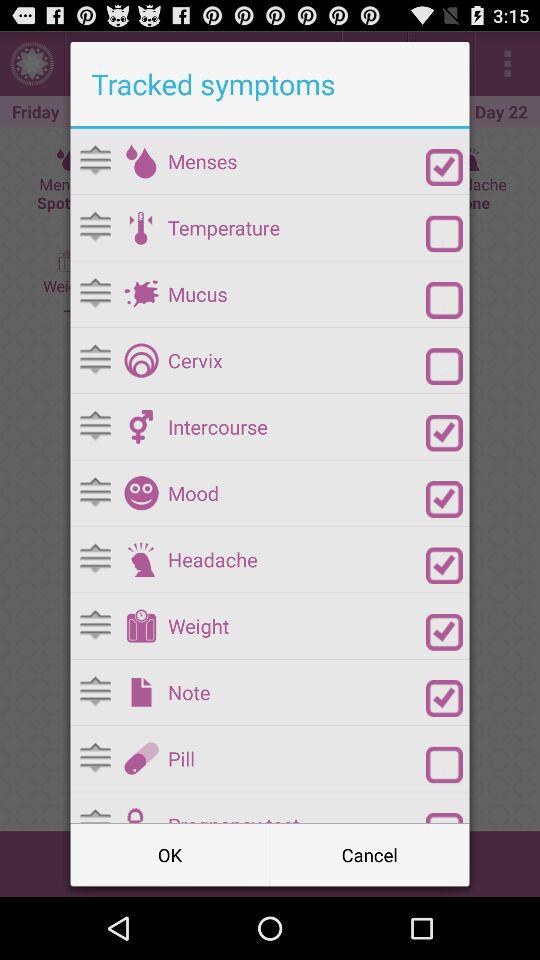 The width and height of the screenshot is (540, 960). What do you see at coordinates (444, 166) in the screenshot?
I see `selcet` at bounding box center [444, 166].